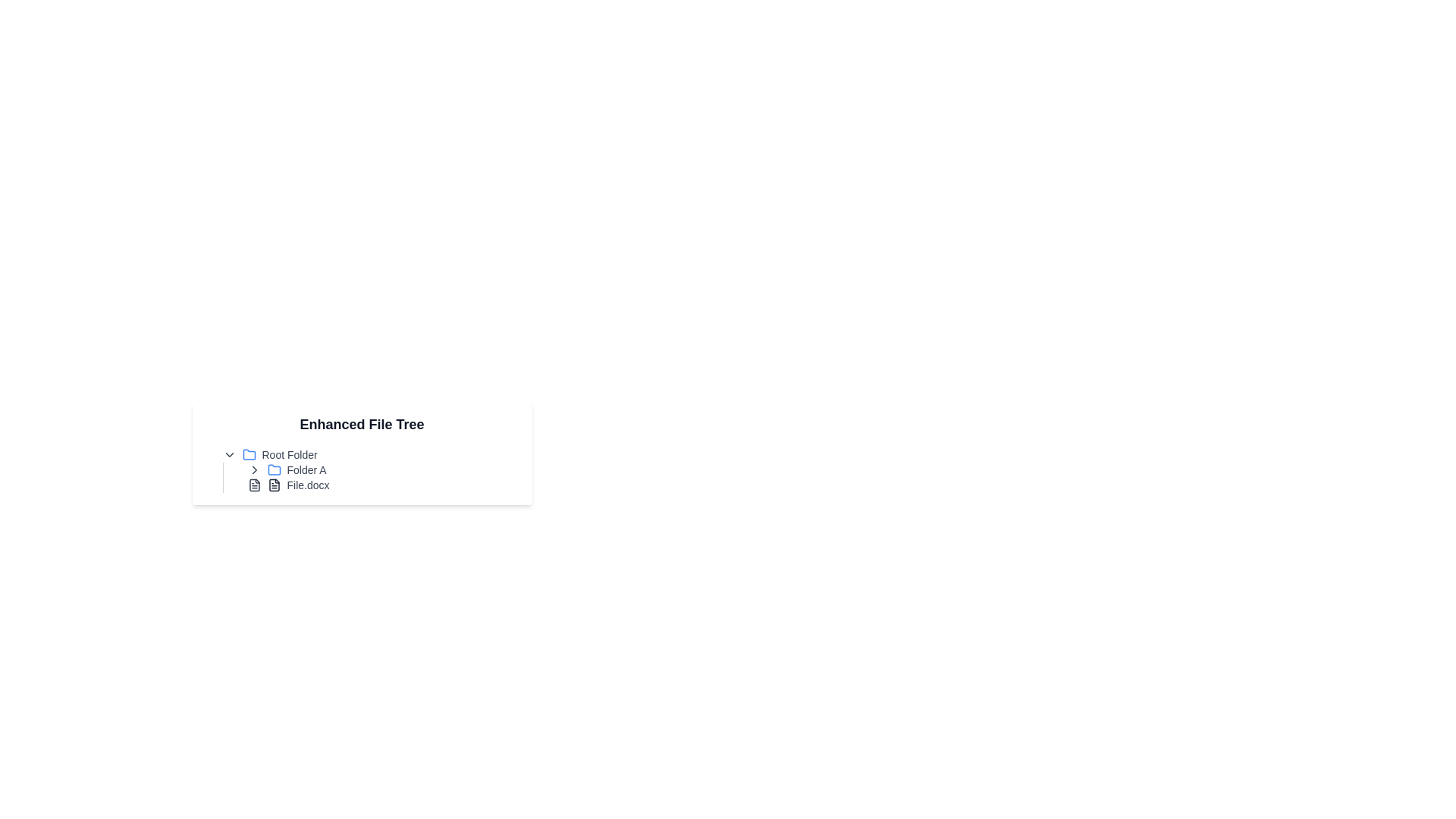  I want to click on the downward-facing chevron icon button located to the left of the folder icon and the text 'Root Folder', so click(228, 454).